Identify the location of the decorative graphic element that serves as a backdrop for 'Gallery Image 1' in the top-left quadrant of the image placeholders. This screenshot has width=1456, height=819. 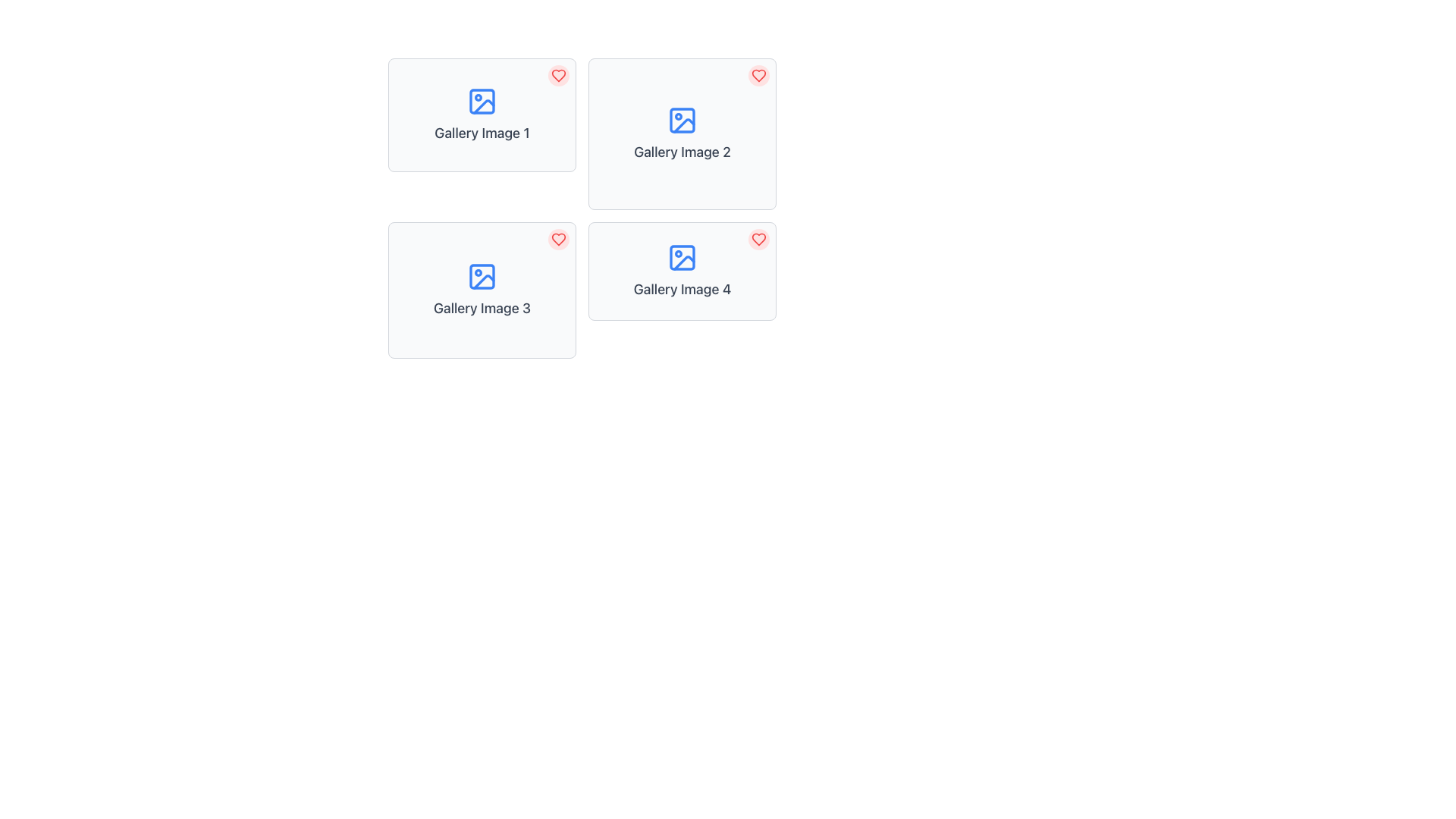
(481, 102).